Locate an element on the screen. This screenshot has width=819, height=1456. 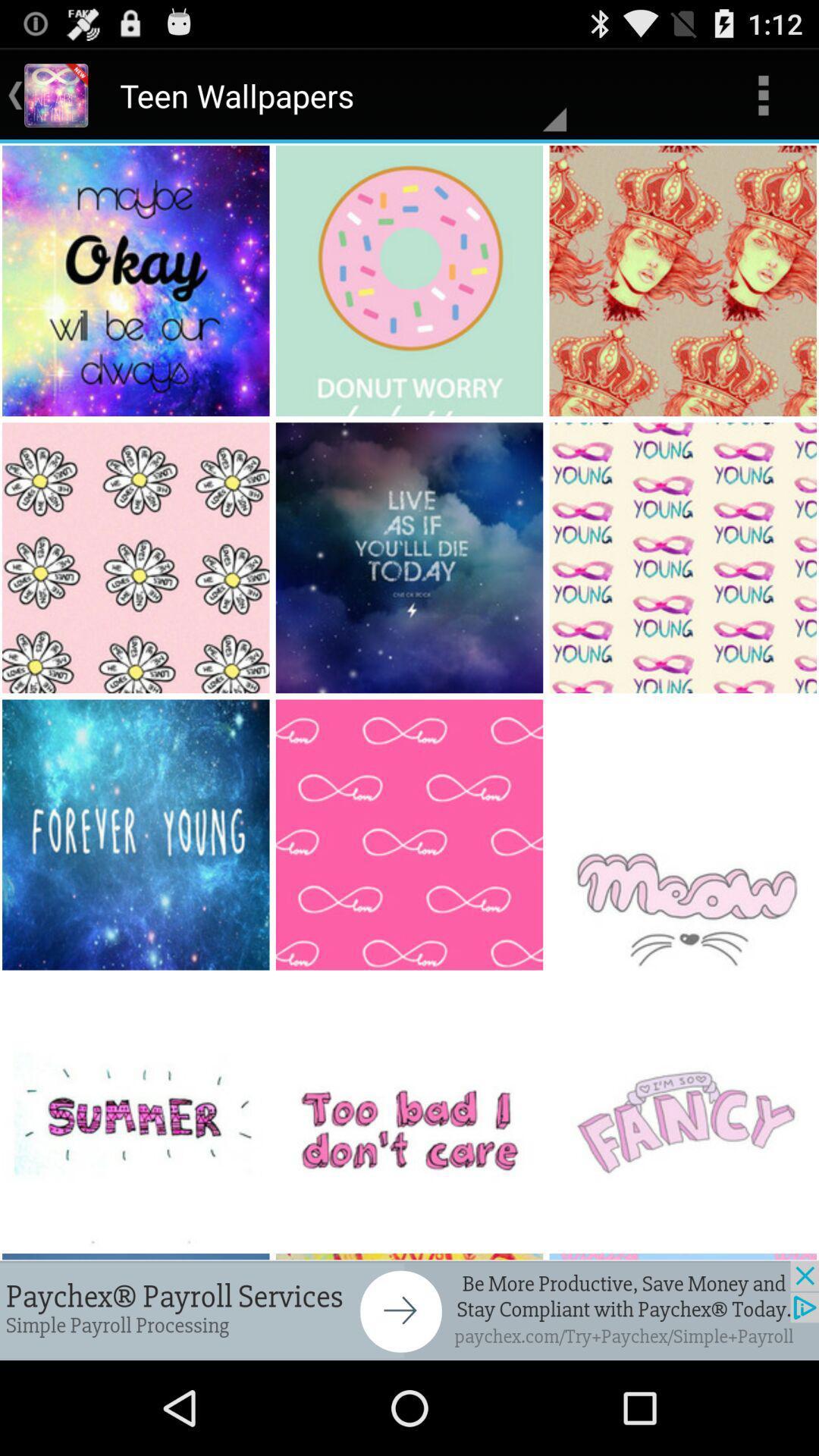
the image which says fancy which is on bottom right of the page is located at coordinates (684, 1112).